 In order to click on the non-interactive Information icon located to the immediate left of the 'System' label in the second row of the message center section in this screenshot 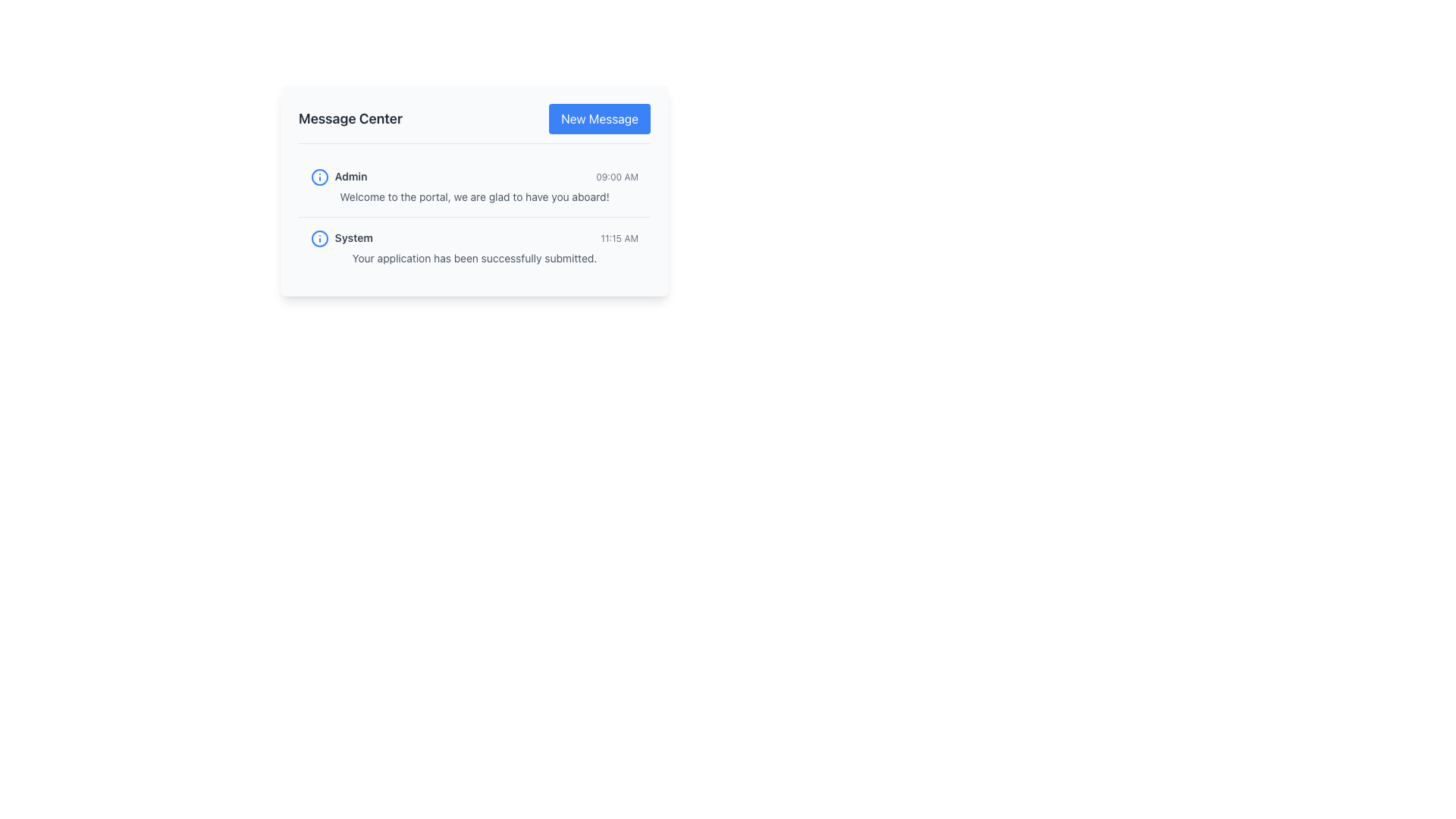, I will do `click(319, 239)`.